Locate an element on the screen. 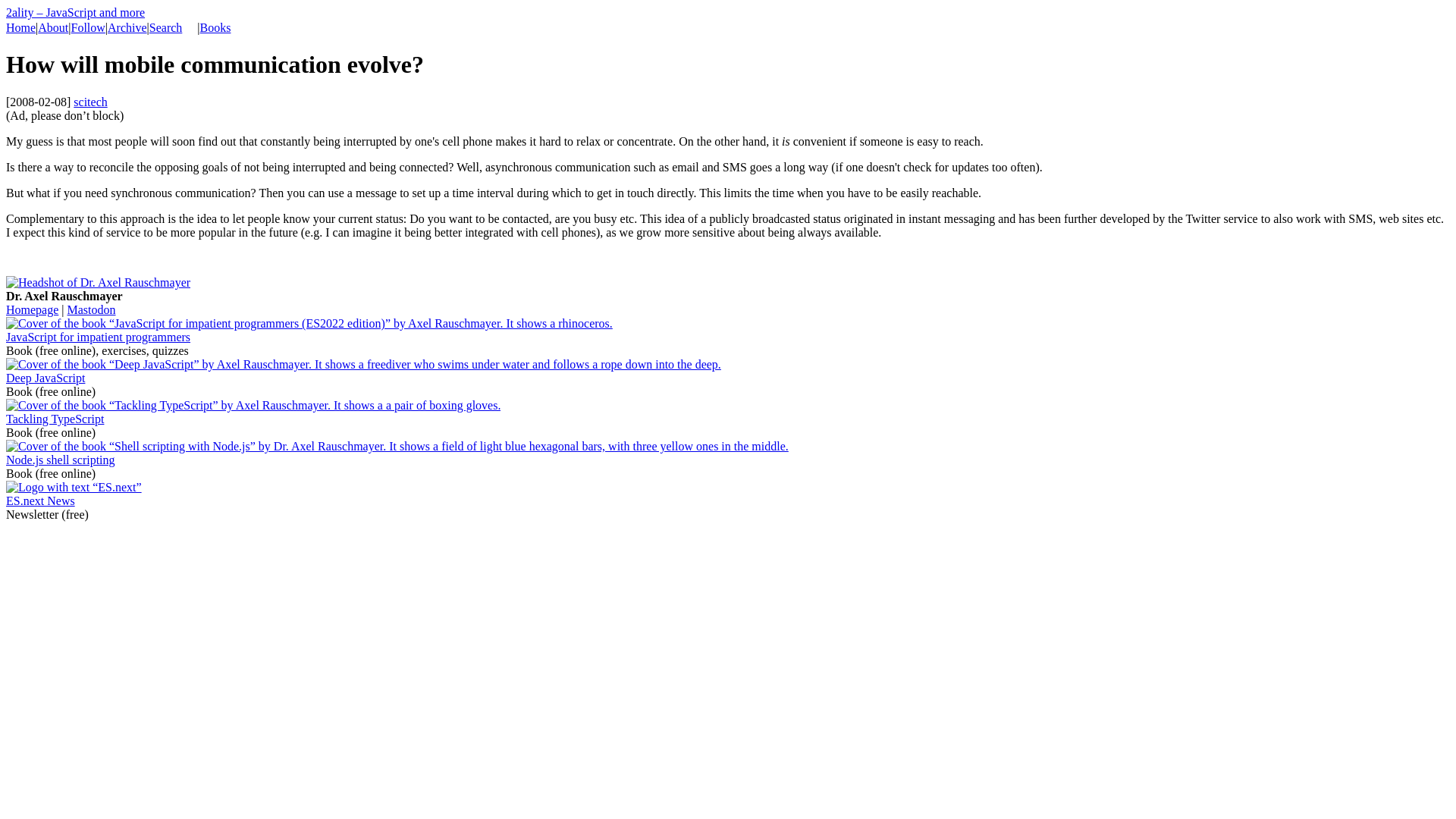  'JavaScript for impatient programmers' is located at coordinates (6, 336).